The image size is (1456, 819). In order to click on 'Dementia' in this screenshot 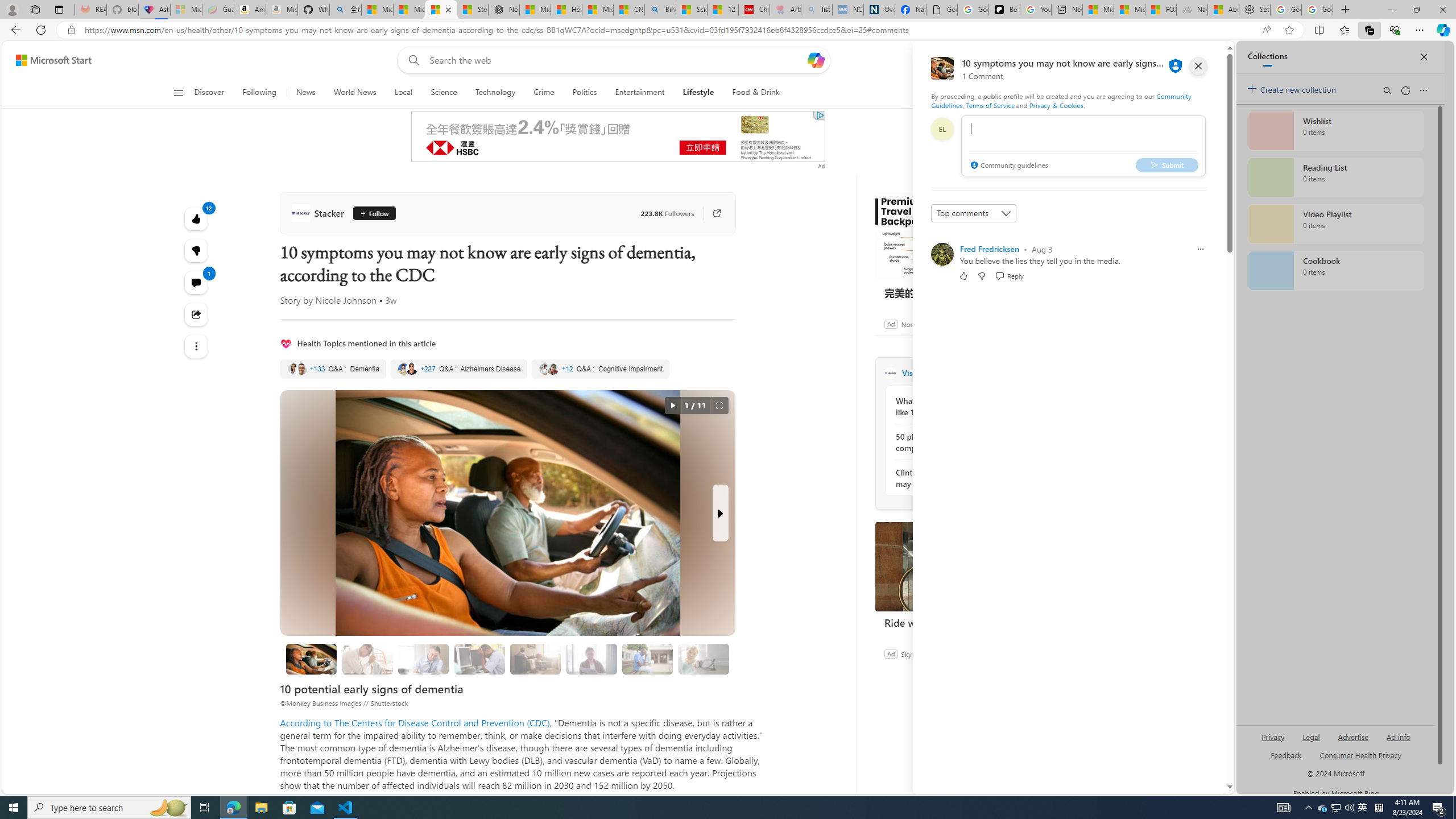, I will do `click(332, 368)`.